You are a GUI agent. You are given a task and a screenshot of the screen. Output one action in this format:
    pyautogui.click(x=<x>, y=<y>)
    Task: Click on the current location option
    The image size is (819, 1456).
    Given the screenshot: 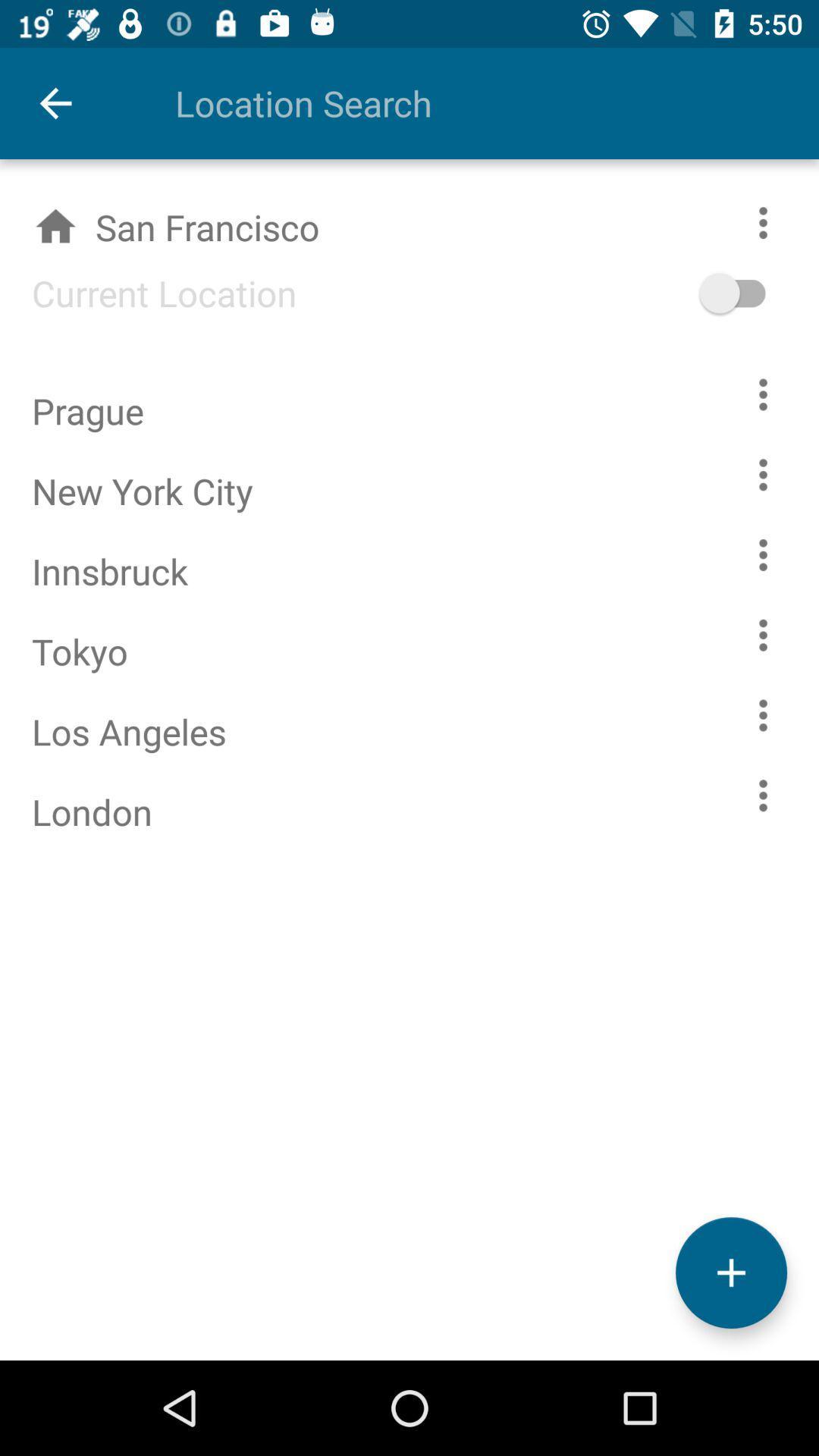 What is the action you would take?
    pyautogui.click(x=755, y=293)
    